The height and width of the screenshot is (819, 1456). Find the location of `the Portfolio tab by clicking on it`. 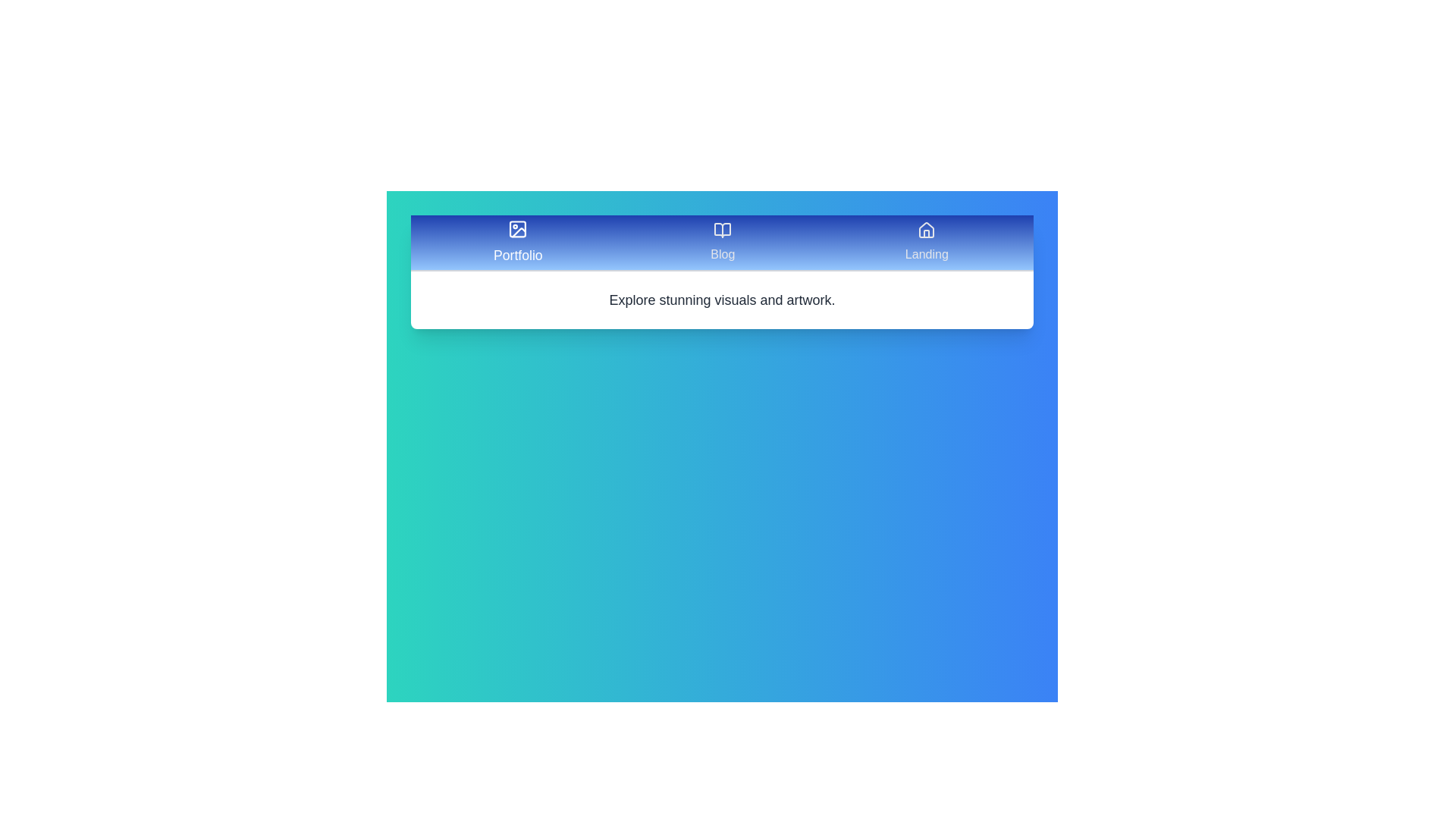

the Portfolio tab by clicking on it is located at coordinates (518, 242).